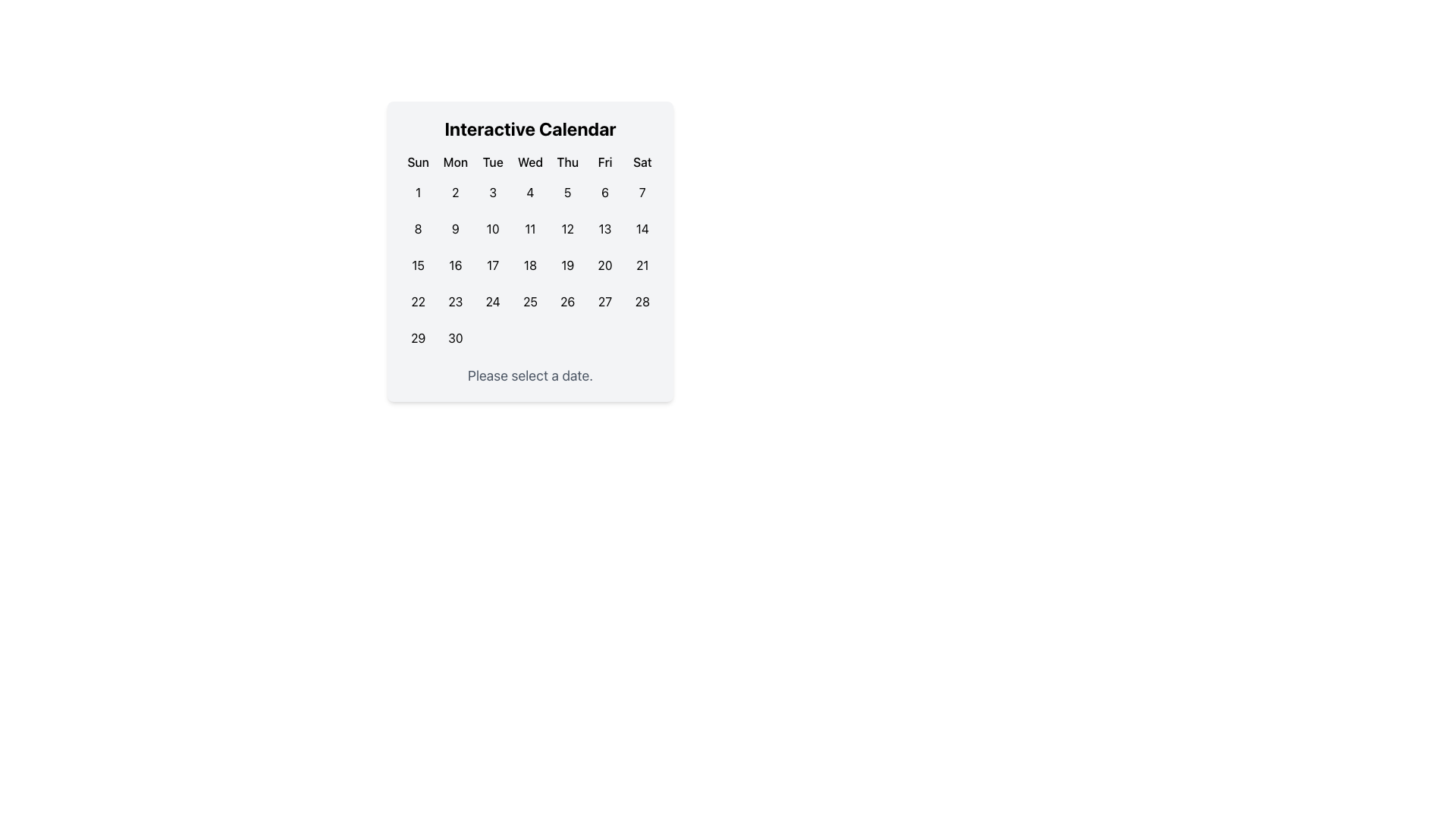 This screenshot has height=819, width=1456. Describe the element at coordinates (642, 265) in the screenshot. I see `the button representing the 21st day in the calendar, located in the seventh column of the fourth row under the heading 'Sat'` at that location.